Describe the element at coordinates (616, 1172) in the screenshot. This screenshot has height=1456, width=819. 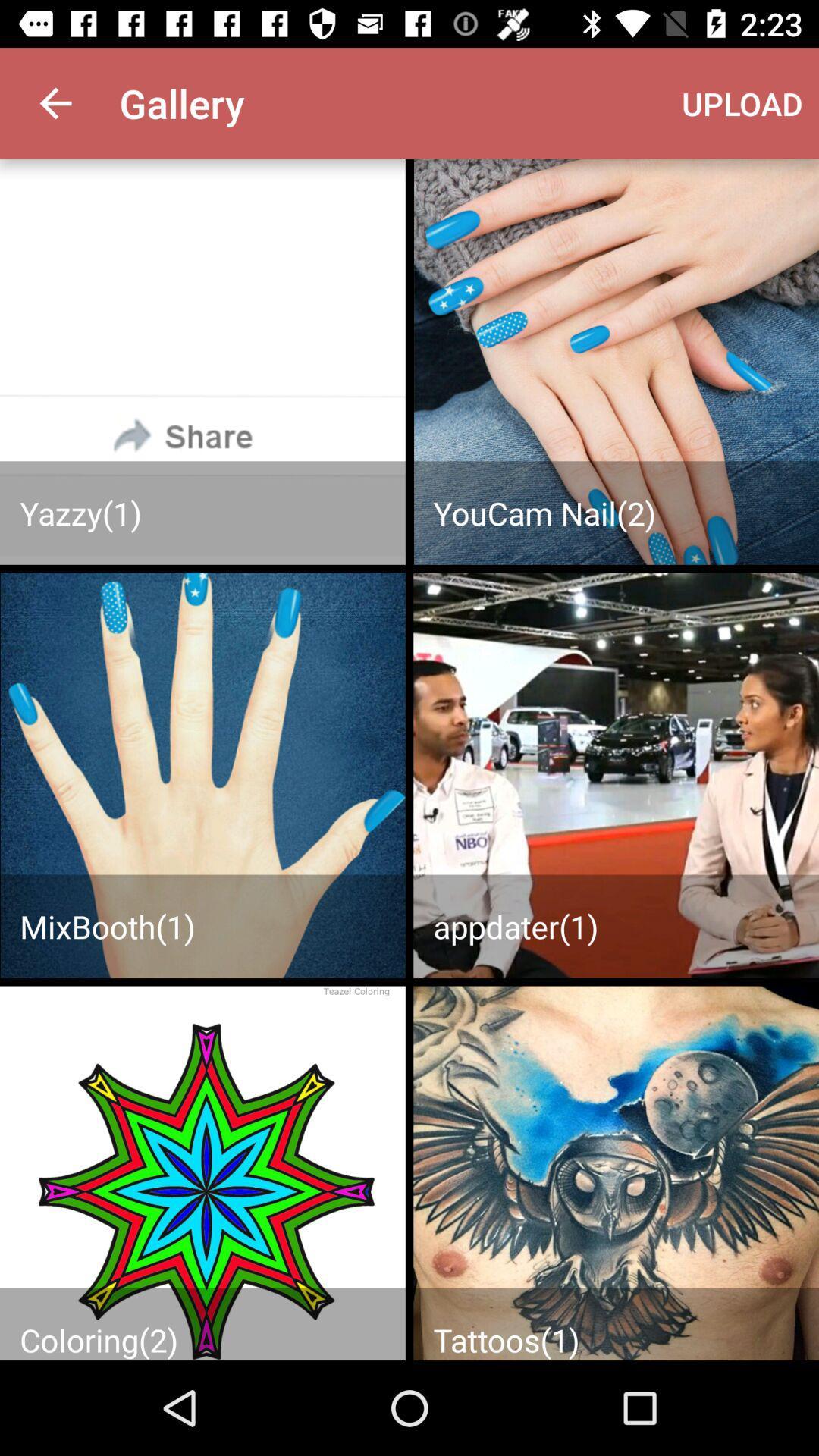
I see `tattoos` at that location.